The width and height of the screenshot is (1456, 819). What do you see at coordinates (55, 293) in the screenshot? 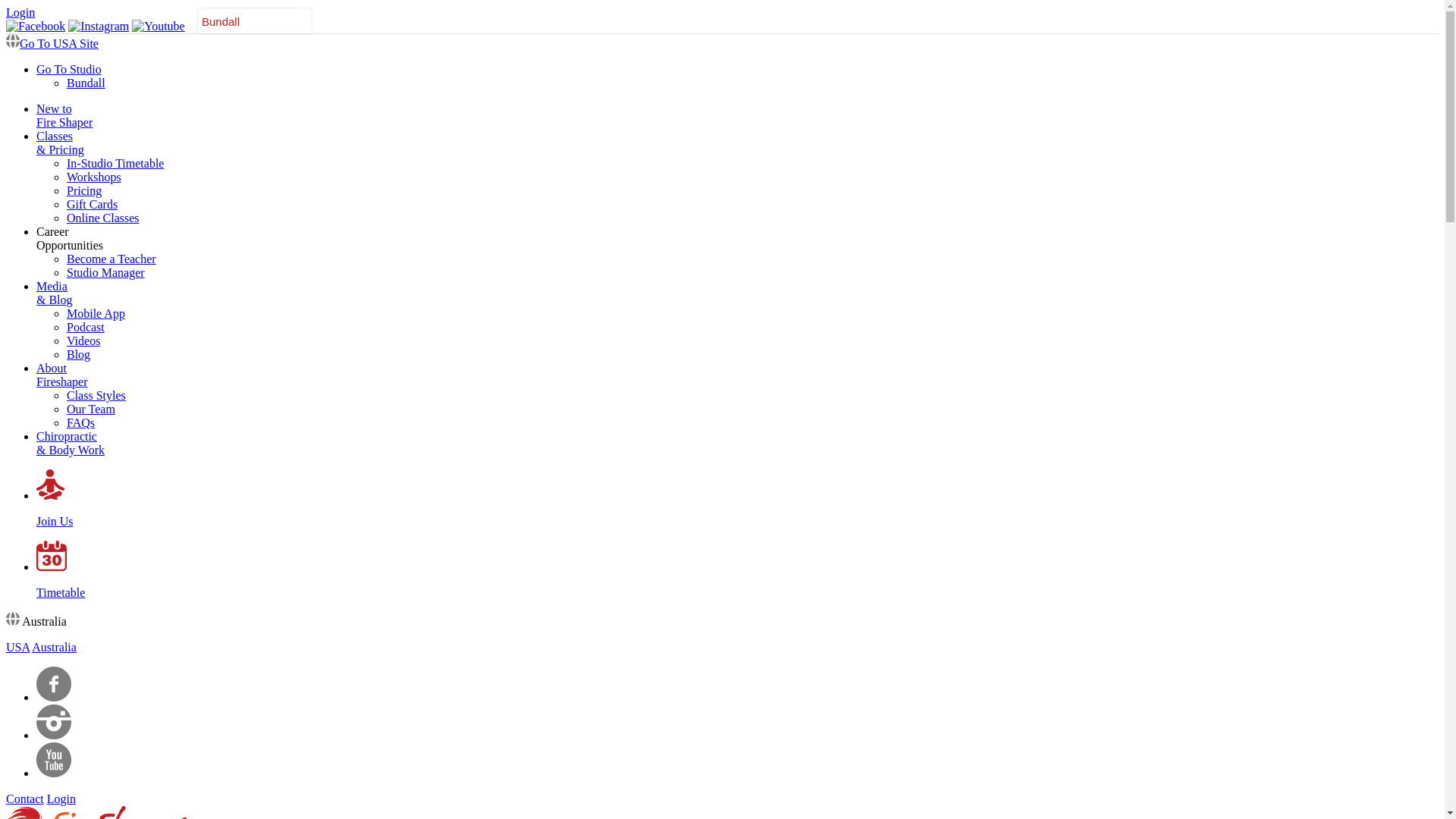
I see `'Media` at bounding box center [55, 293].